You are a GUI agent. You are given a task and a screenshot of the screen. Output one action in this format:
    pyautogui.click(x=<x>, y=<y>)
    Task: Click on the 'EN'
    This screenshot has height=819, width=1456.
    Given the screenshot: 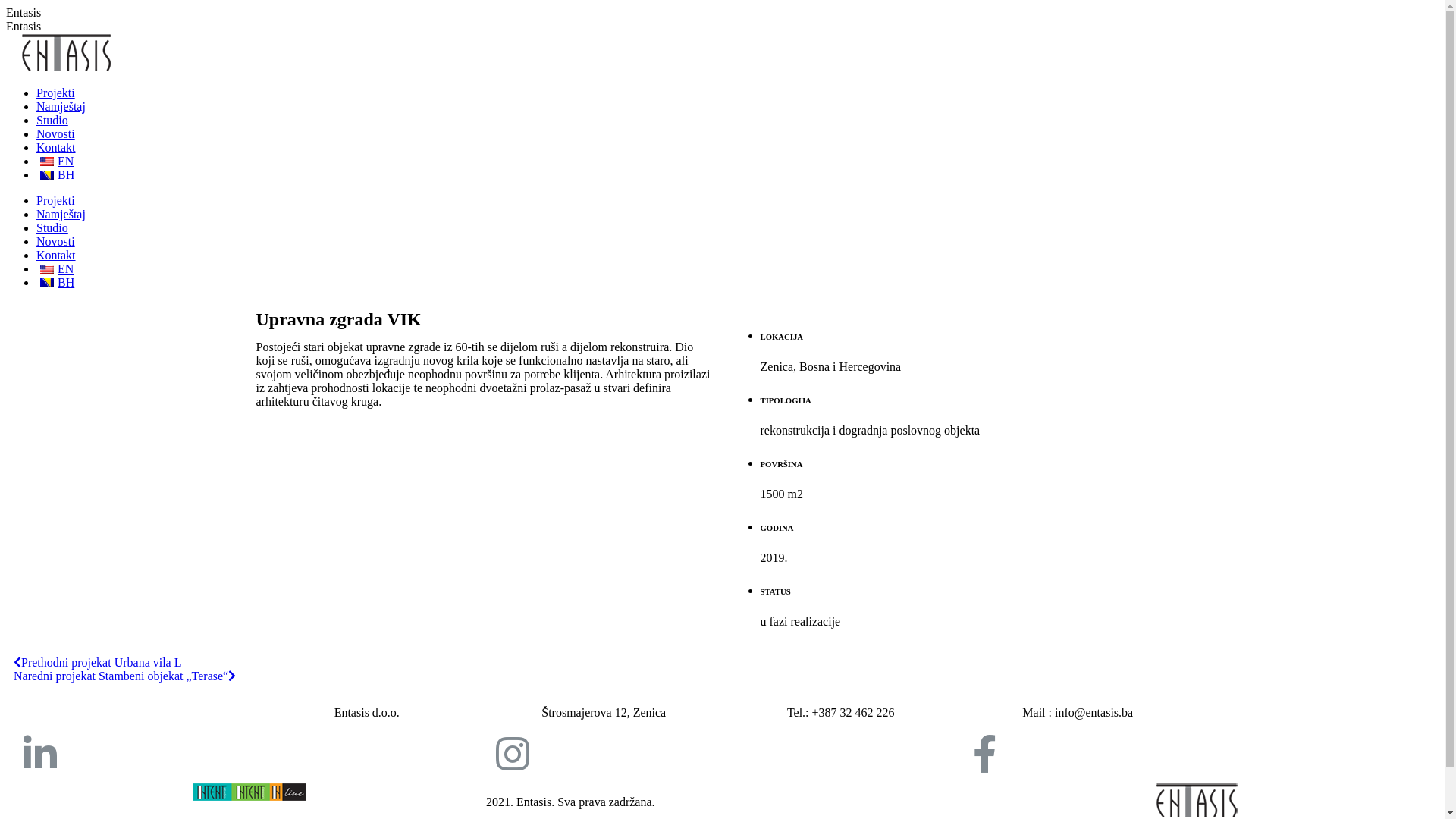 What is the action you would take?
    pyautogui.click(x=36, y=268)
    